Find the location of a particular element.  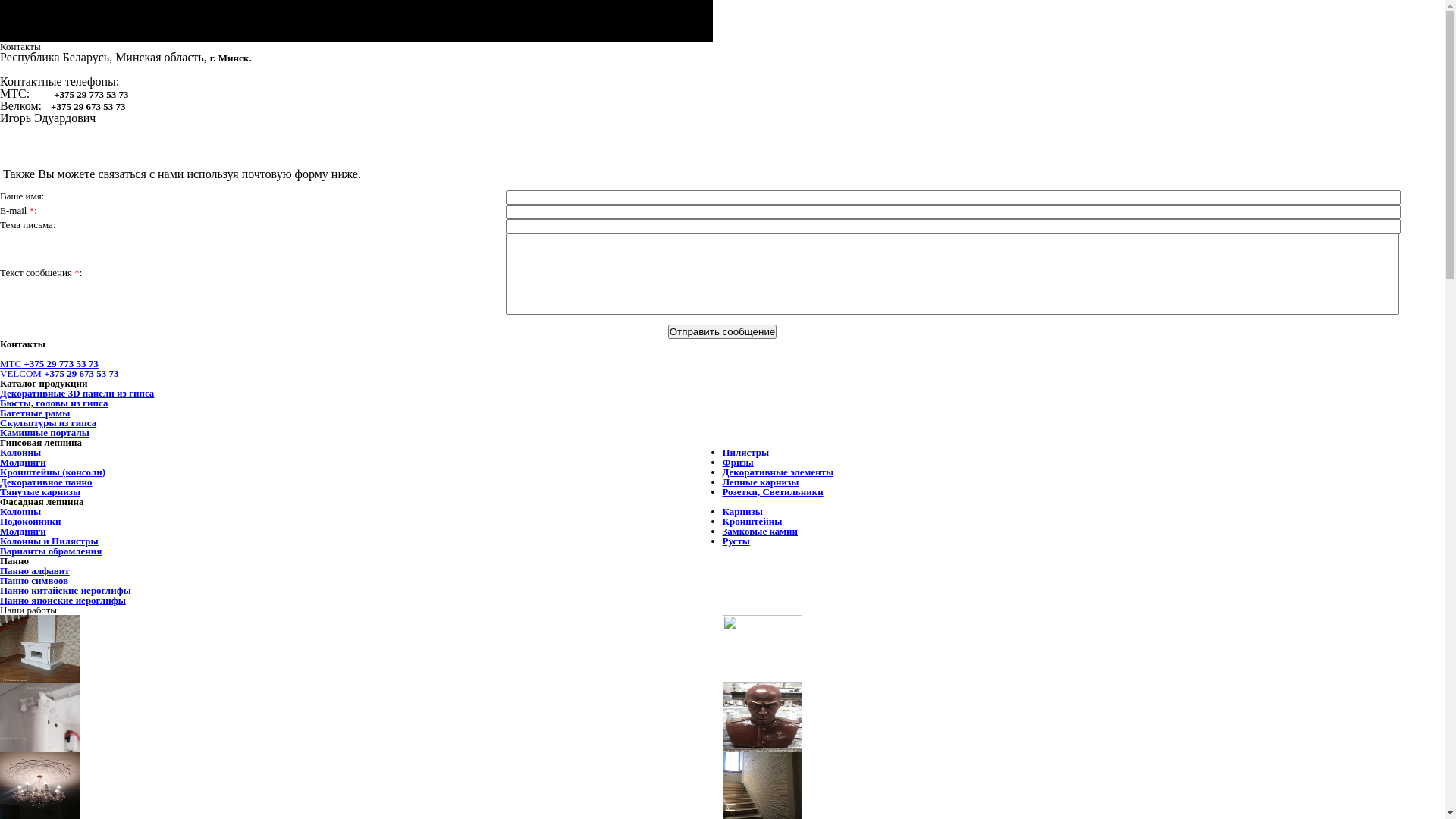

'VELCOM +375 29 673 53 73' is located at coordinates (59, 373).